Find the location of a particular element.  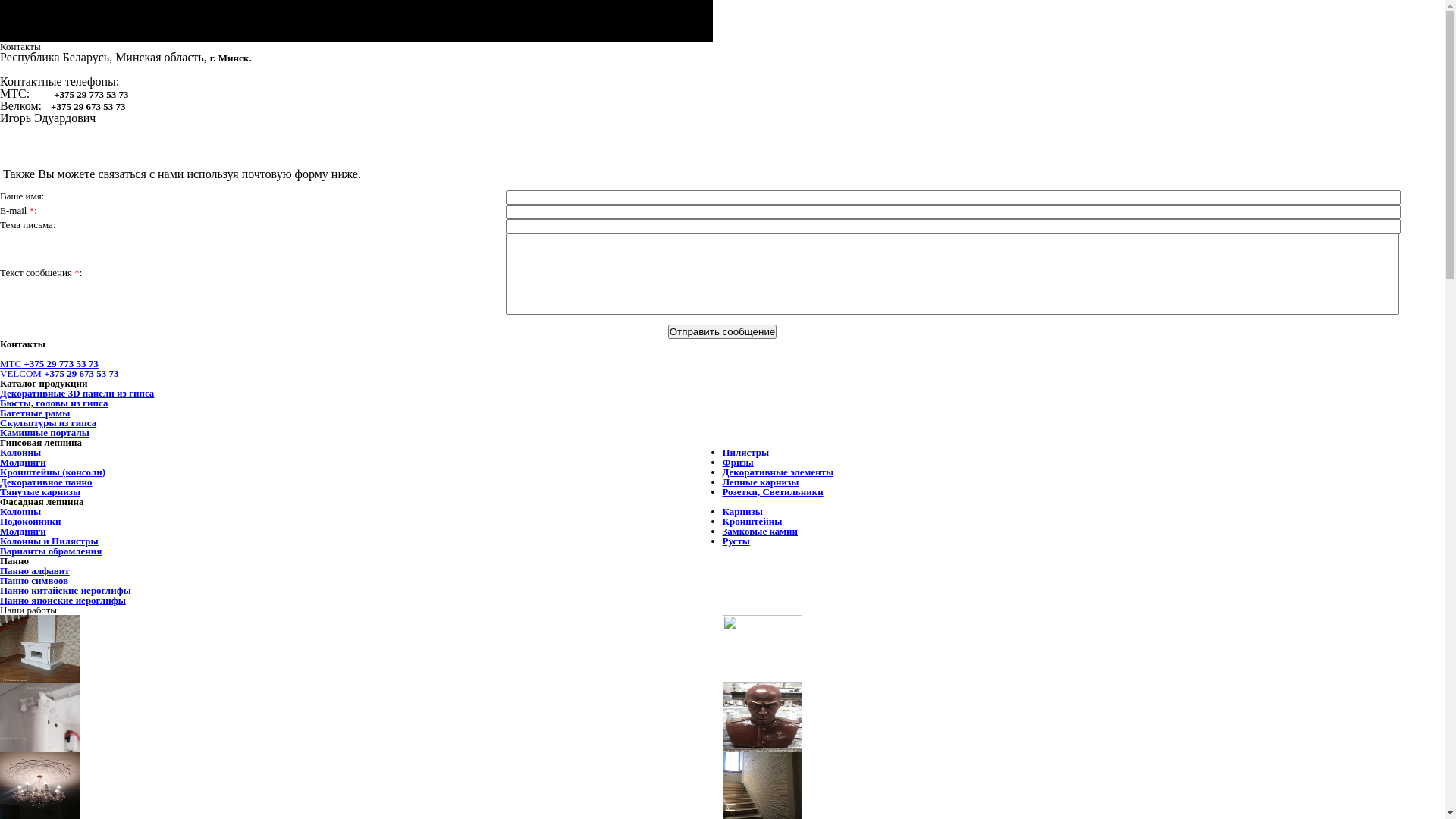

'VELCOM +375 29 673 53 73' is located at coordinates (59, 373).